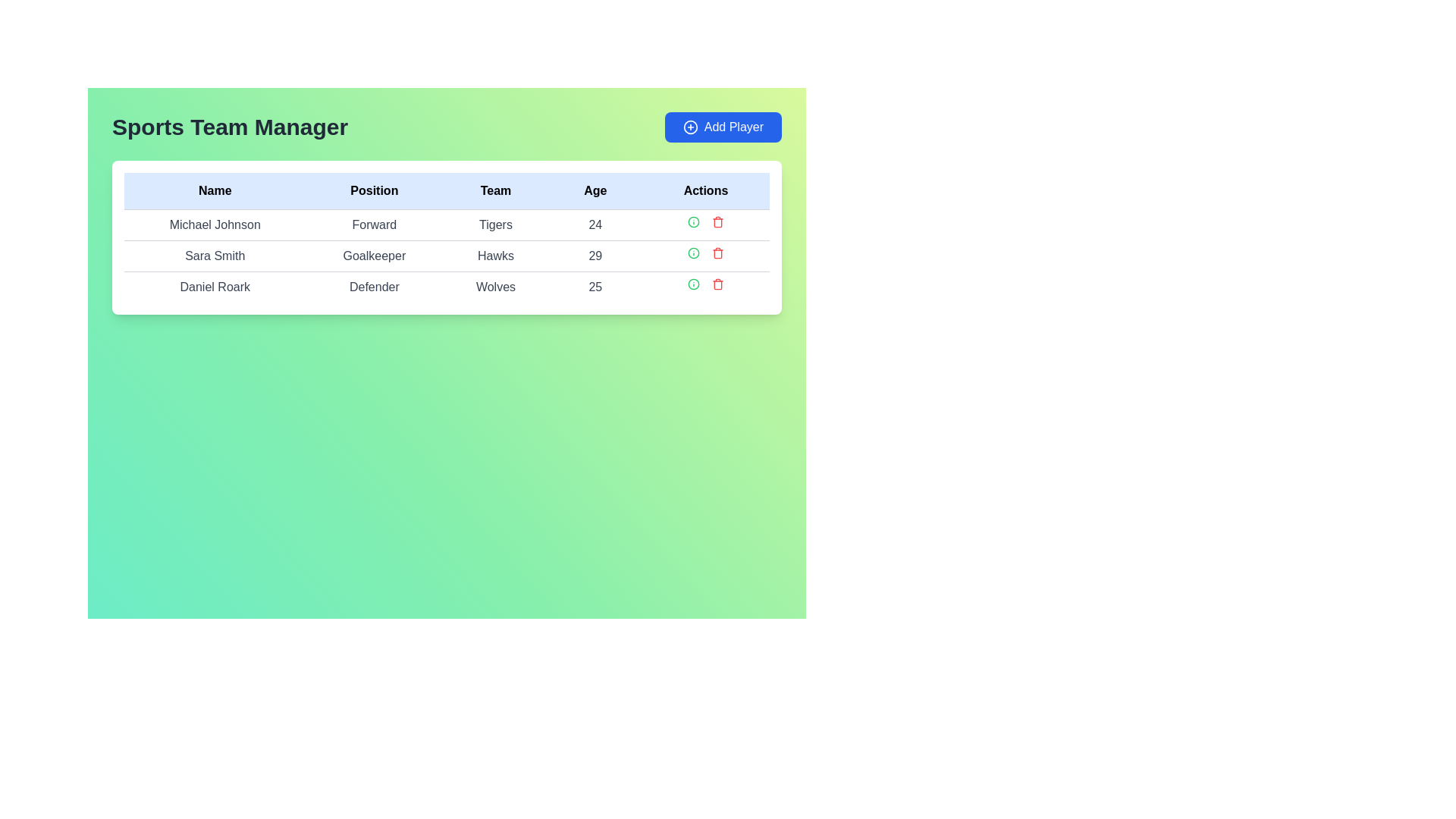  Describe the element at coordinates (374, 287) in the screenshot. I see `text label indicating the position 'Defender' associated with the team member 'Daniel Roark', located in the second column of the third row of the table under the 'Position' header` at that location.